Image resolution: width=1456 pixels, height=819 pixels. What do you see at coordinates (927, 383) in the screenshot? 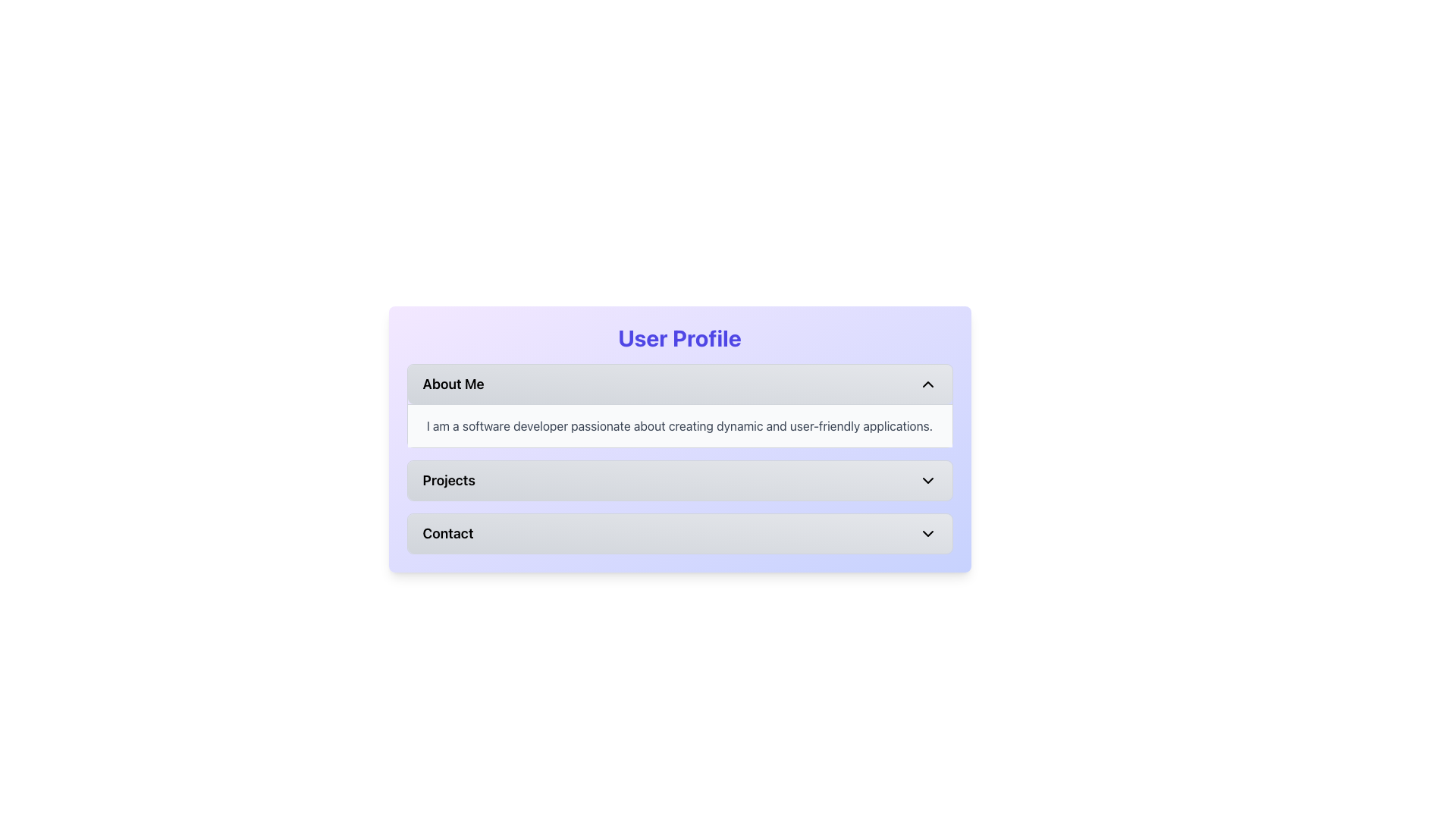
I see `the upward-pointing chevron icon that collapses the 'About Me' section` at bounding box center [927, 383].